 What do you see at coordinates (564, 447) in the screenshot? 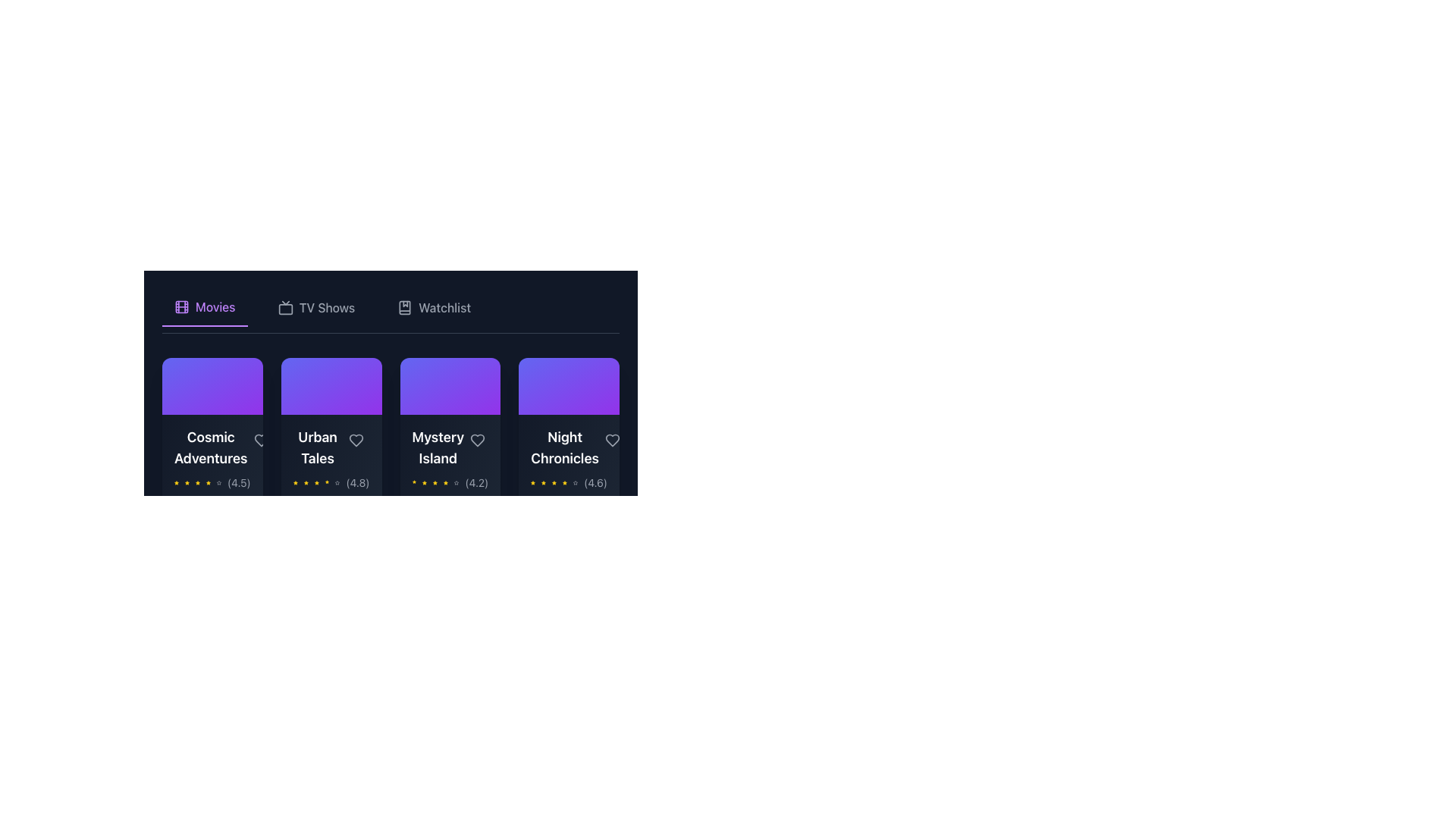
I see `text label displaying 'Night Chronicles' located in the fourth card under the 'Movies' tab, positioned centrally below the violet header graphic` at bounding box center [564, 447].